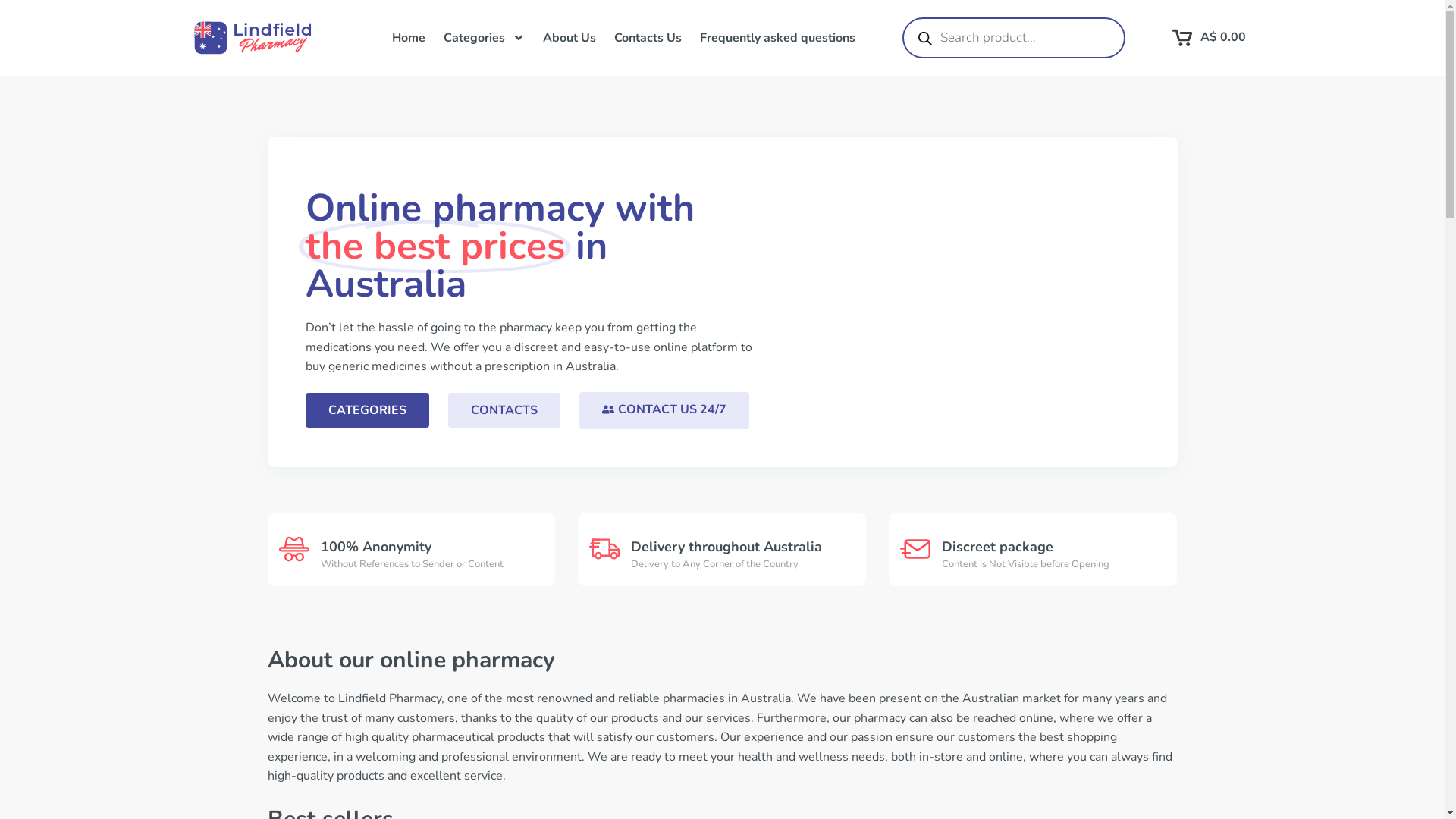 The width and height of the screenshot is (1456, 819). Describe the element at coordinates (777, 37) in the screenshot. I see `'Frequently asked questions'` at that location.